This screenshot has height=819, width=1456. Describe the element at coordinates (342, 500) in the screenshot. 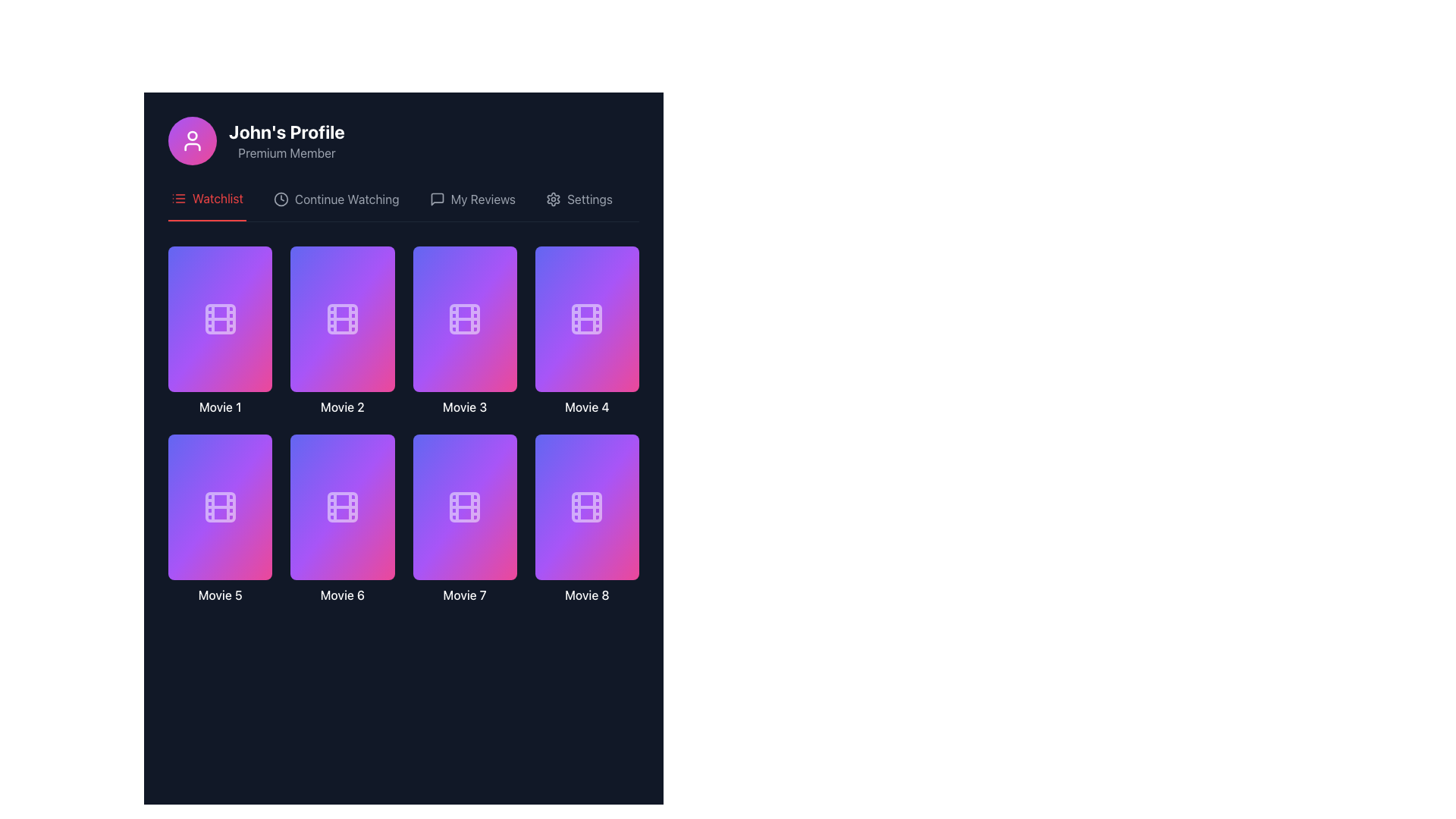

I see `the 'play' icon located in the center of the card labeled 'Movie 6'` at that location.